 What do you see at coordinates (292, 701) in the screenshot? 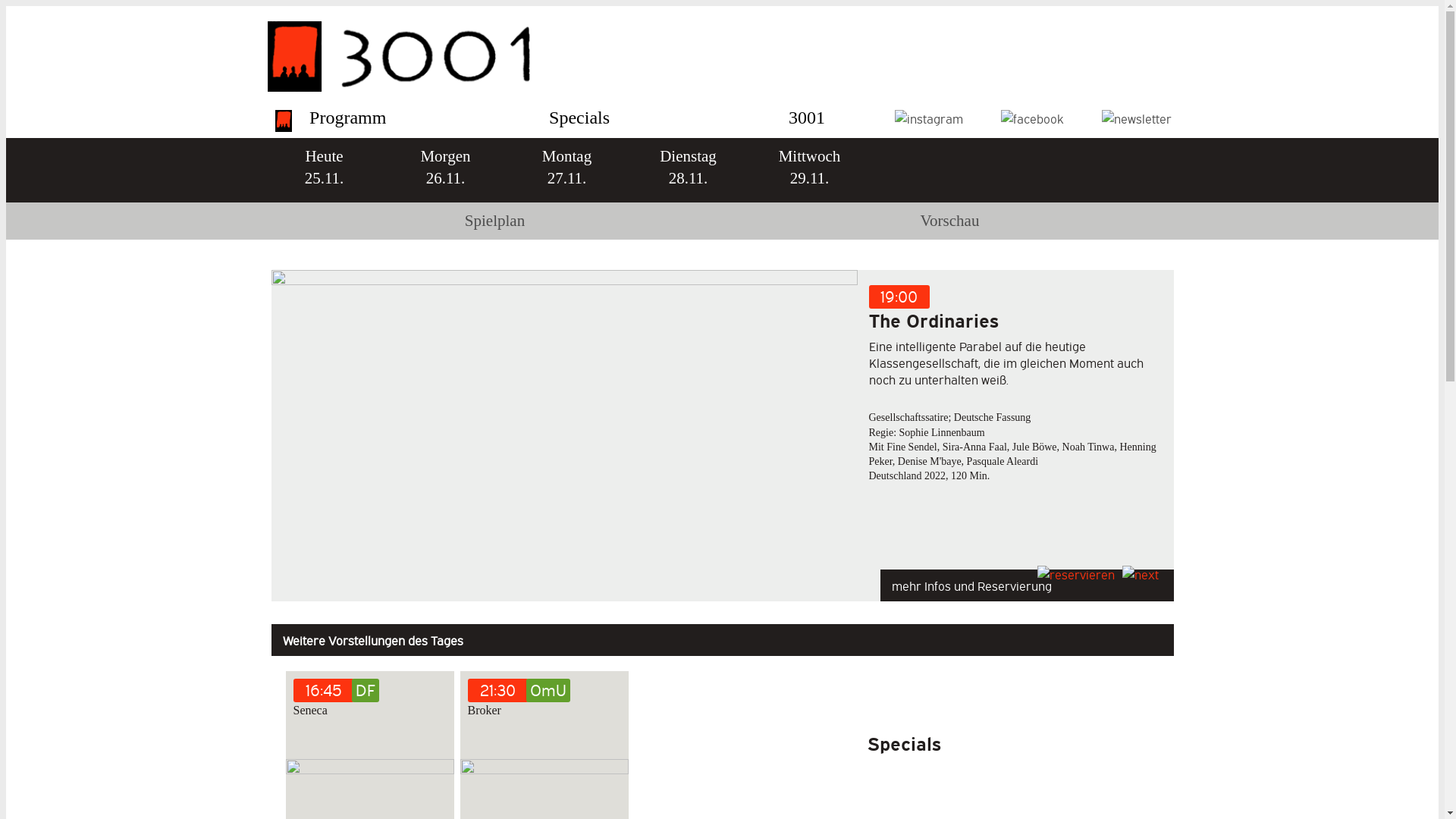
I see `'16:45 DF` at bounding box center [292, 701].